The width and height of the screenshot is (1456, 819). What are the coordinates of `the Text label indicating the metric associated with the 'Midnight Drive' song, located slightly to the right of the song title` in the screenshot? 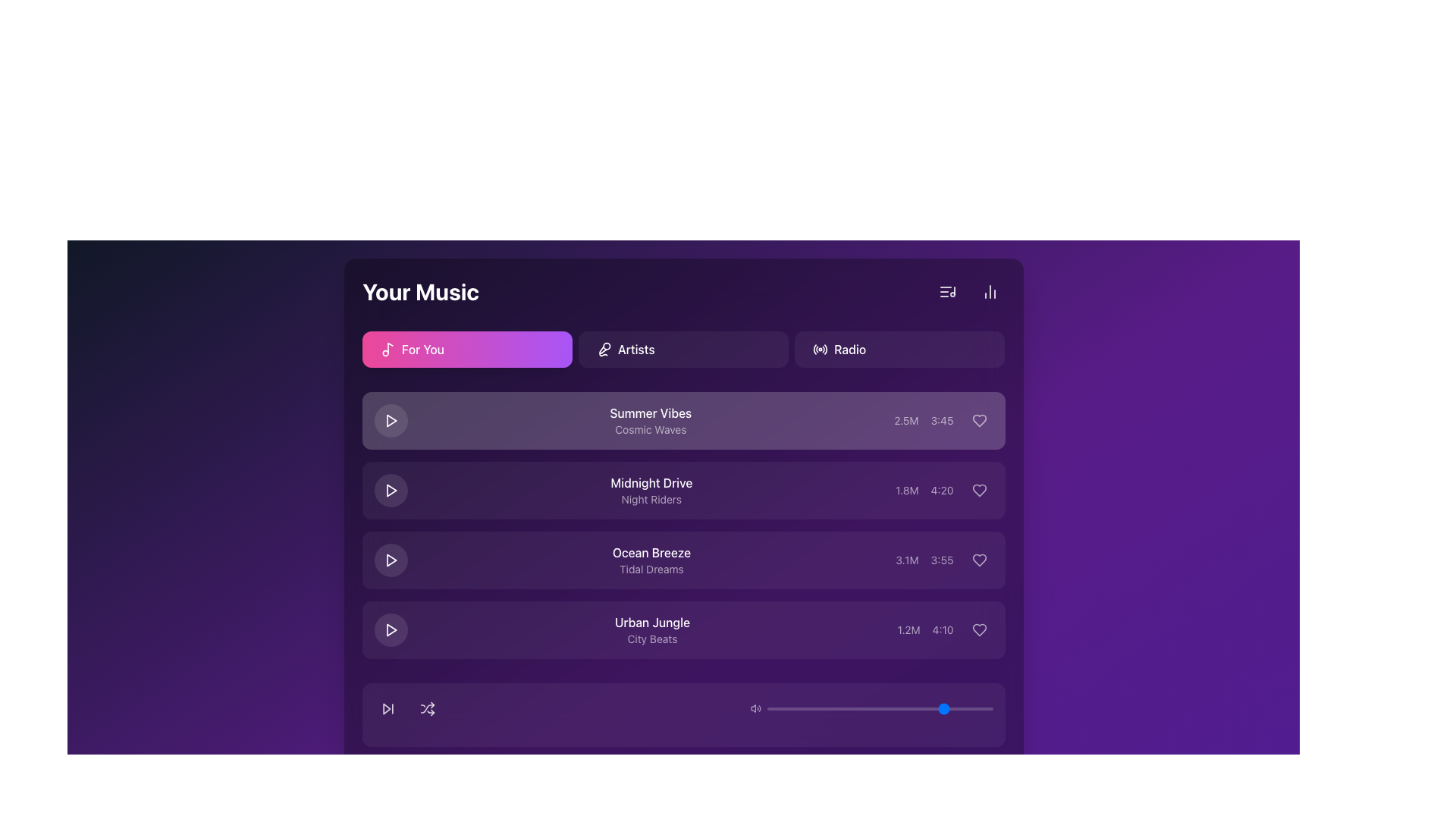 It's located at (907, 491).